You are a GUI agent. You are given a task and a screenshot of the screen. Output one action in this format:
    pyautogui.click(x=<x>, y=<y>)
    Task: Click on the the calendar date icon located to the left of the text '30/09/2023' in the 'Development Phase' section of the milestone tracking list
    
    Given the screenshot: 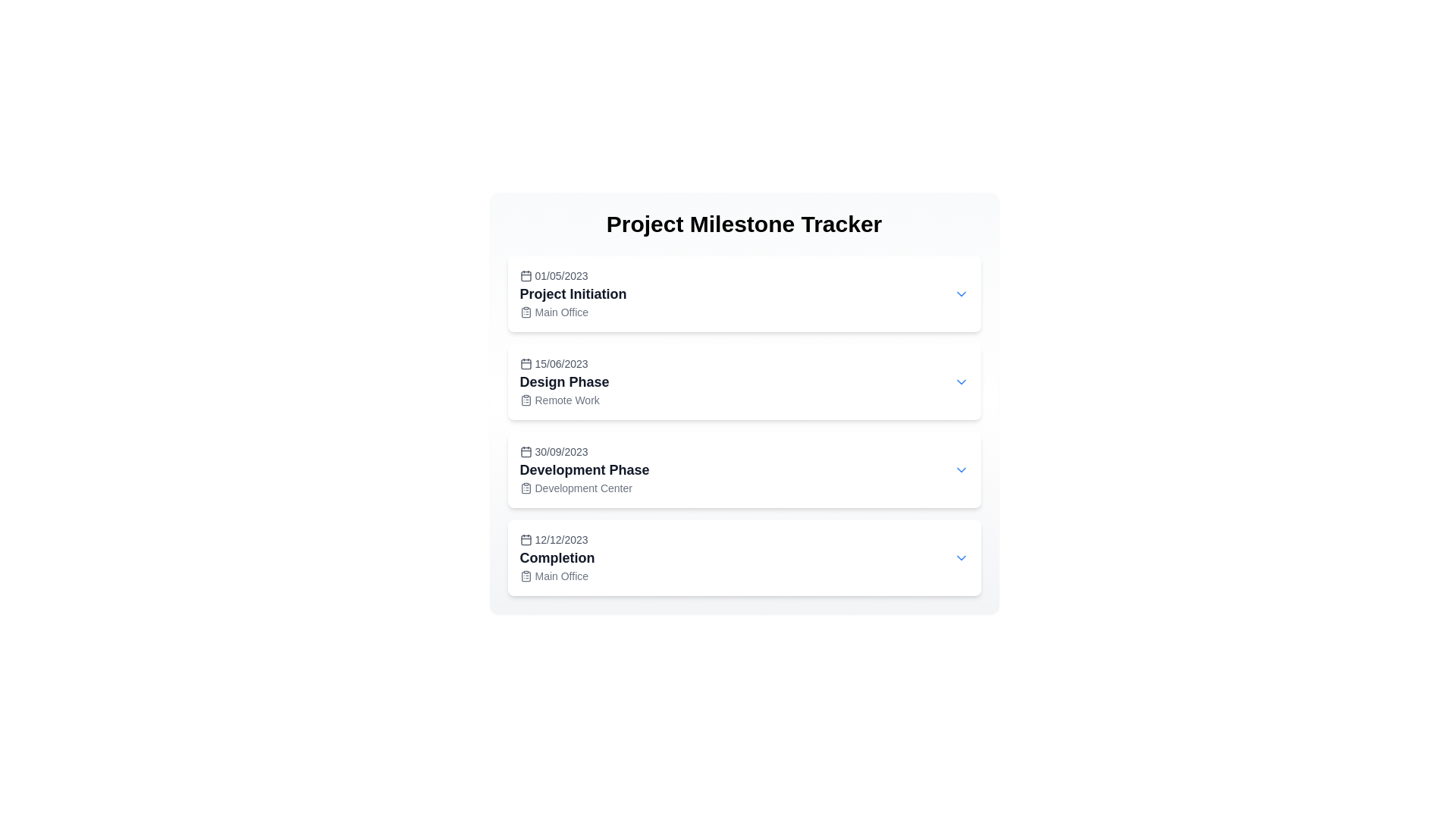 What is the action you would take?
    pyautogui.click(x=526, y=451)
    